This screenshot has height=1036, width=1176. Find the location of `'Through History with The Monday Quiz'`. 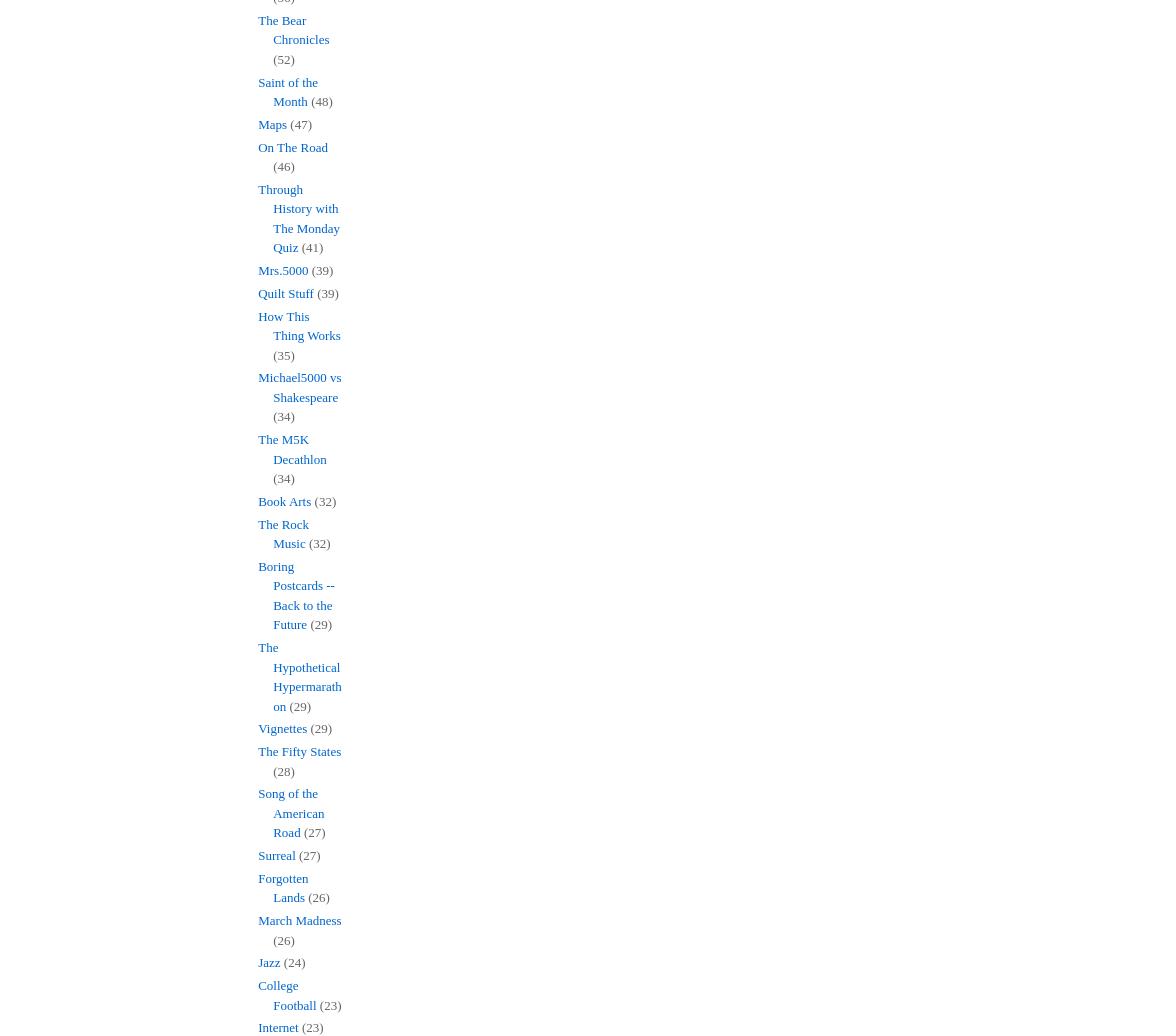

'Through History with The Monday Quiz' is located at coordinates (299, 217).